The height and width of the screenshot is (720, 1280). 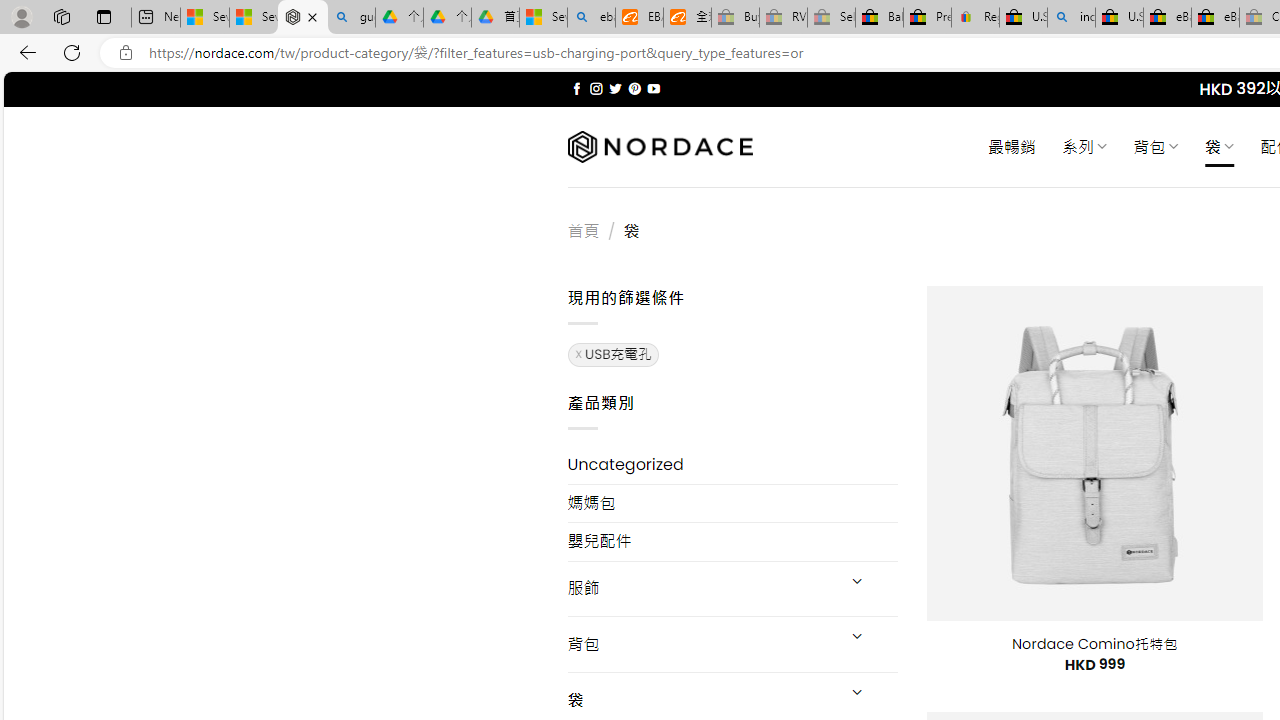 I want to click on 'Follow on Pinterest', so click(x=633, y=88).